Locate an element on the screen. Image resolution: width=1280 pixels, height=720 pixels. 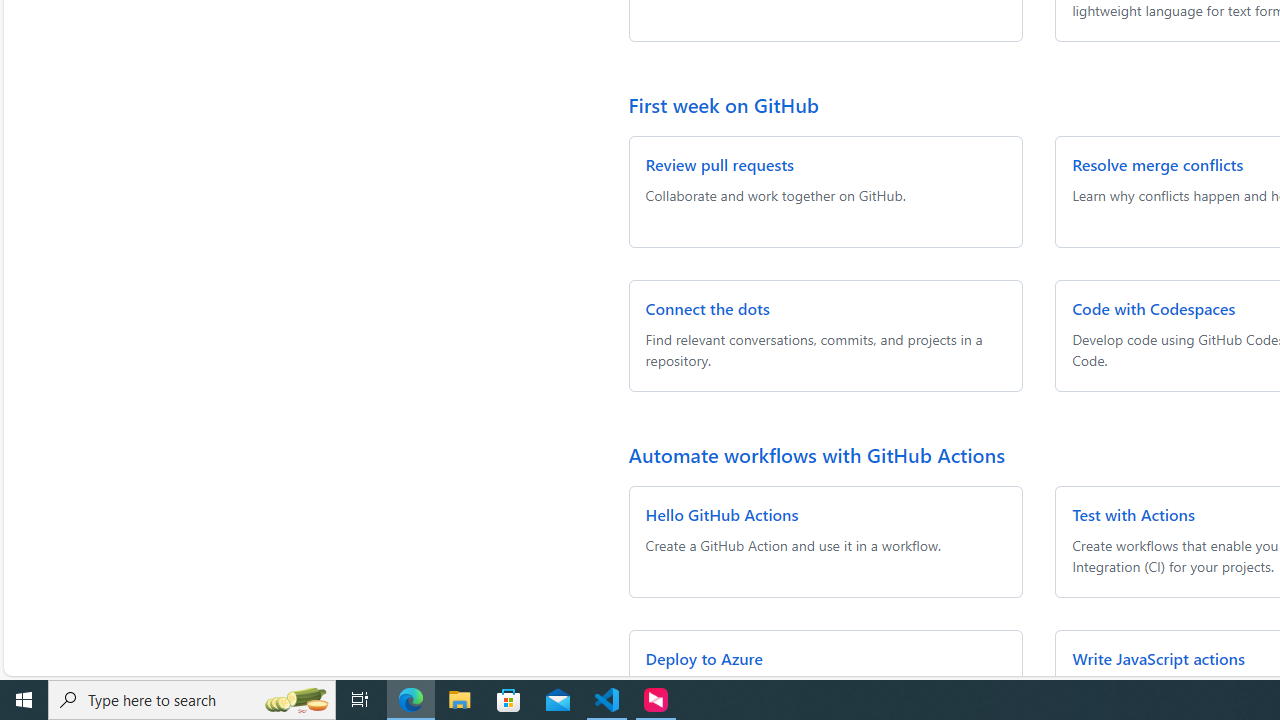
'Automate workflows with GitHub Actions' is located at coordinates (816, 454).